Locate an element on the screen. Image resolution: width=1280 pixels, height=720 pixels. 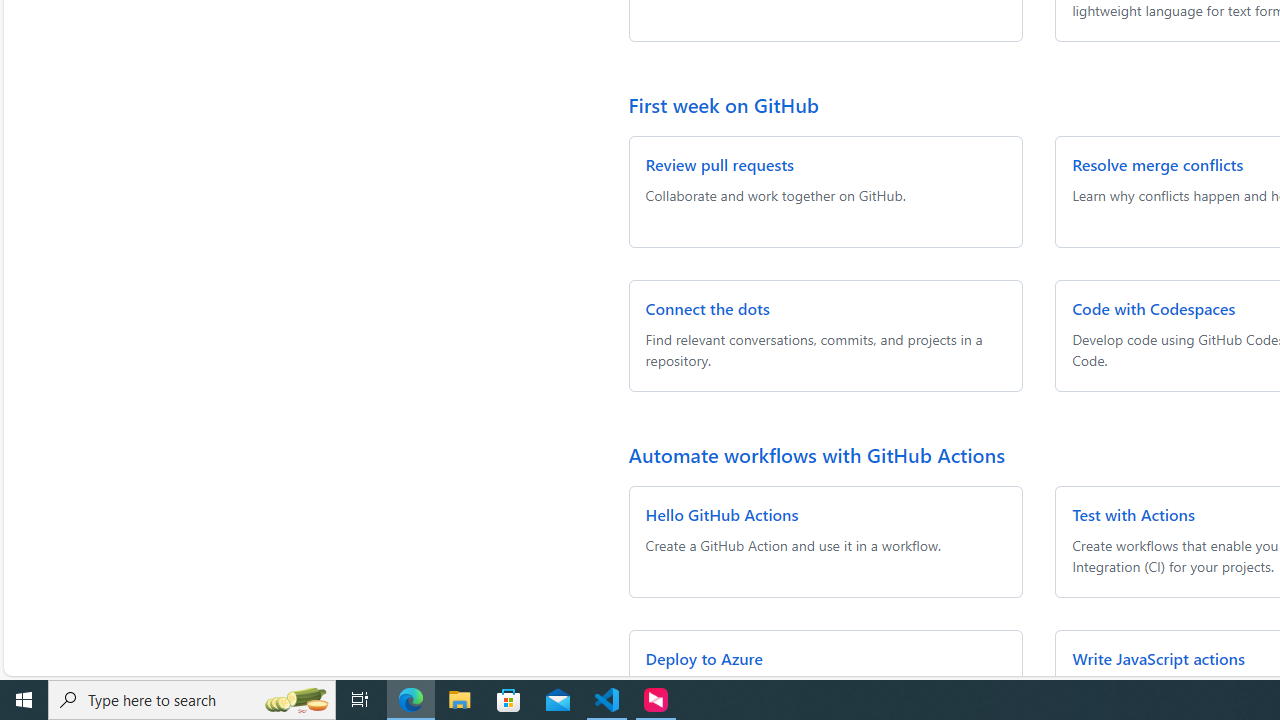
'Automate workflows with GitHub Actions' is located at coordinates (816, 454).